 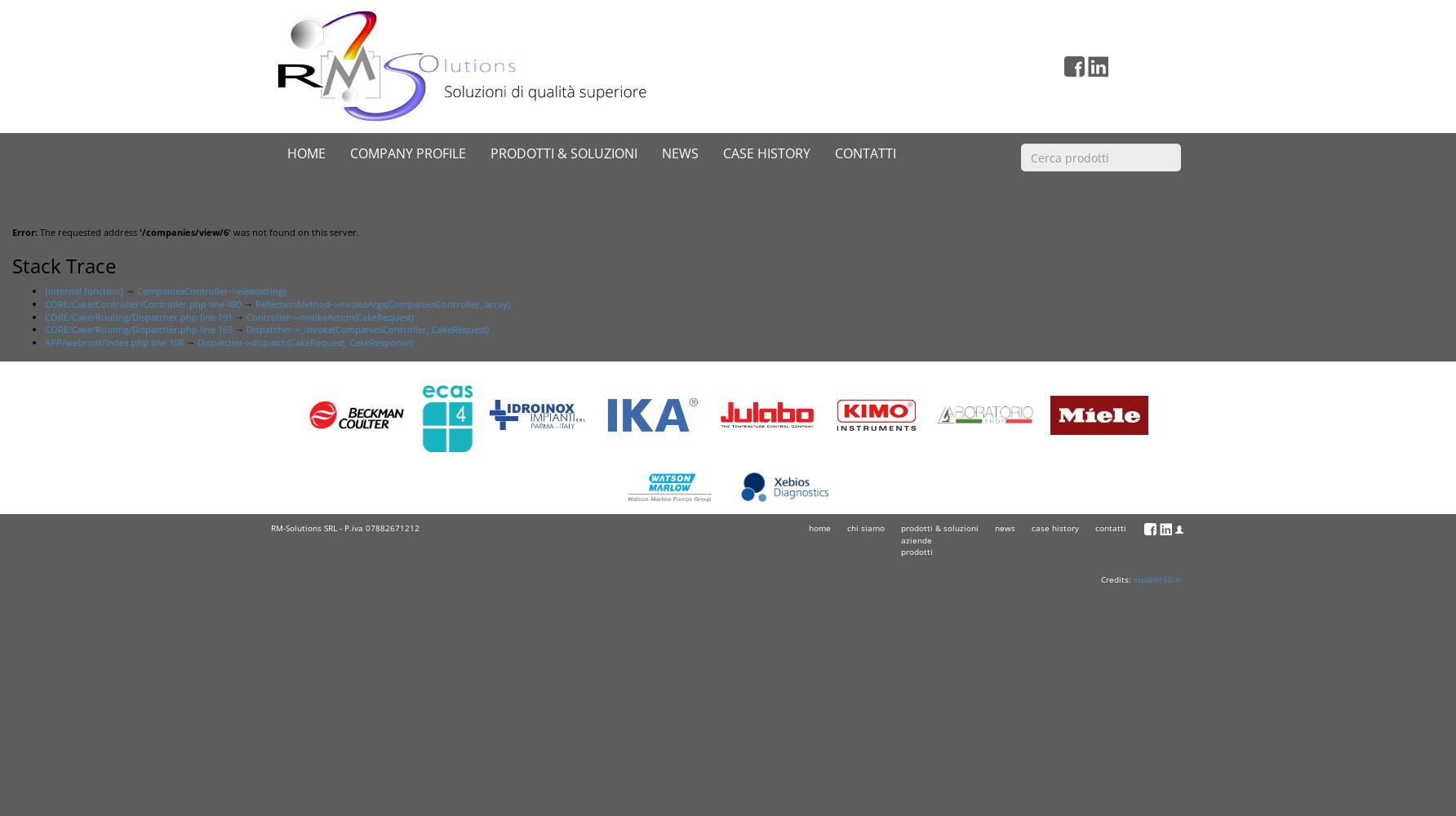 What do you see at coordinates (995, 528) in the screenshot?
I see `'news'` at bounding box center [995, 528].